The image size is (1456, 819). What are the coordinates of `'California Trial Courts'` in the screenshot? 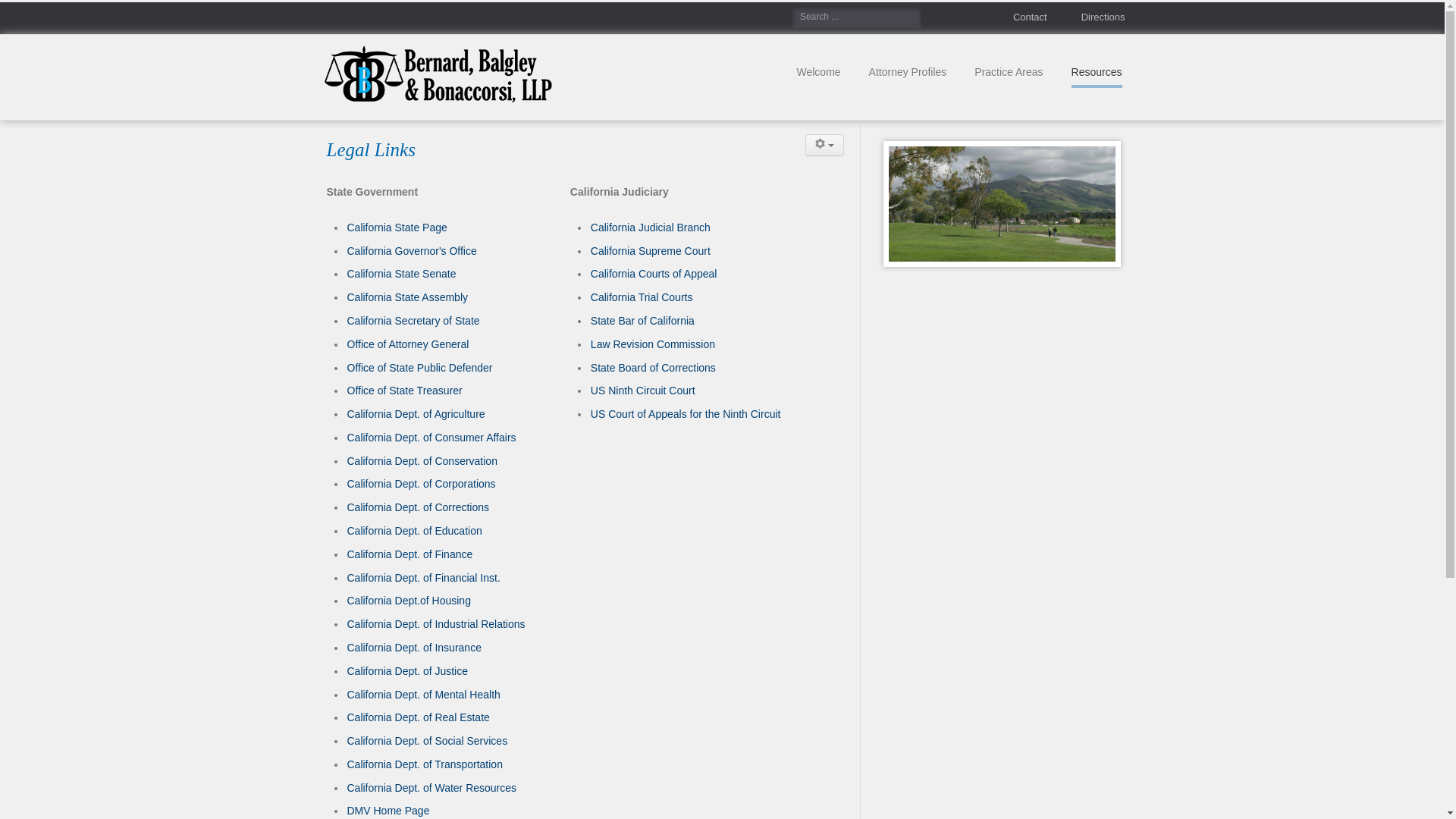 It's located at (589, 297).